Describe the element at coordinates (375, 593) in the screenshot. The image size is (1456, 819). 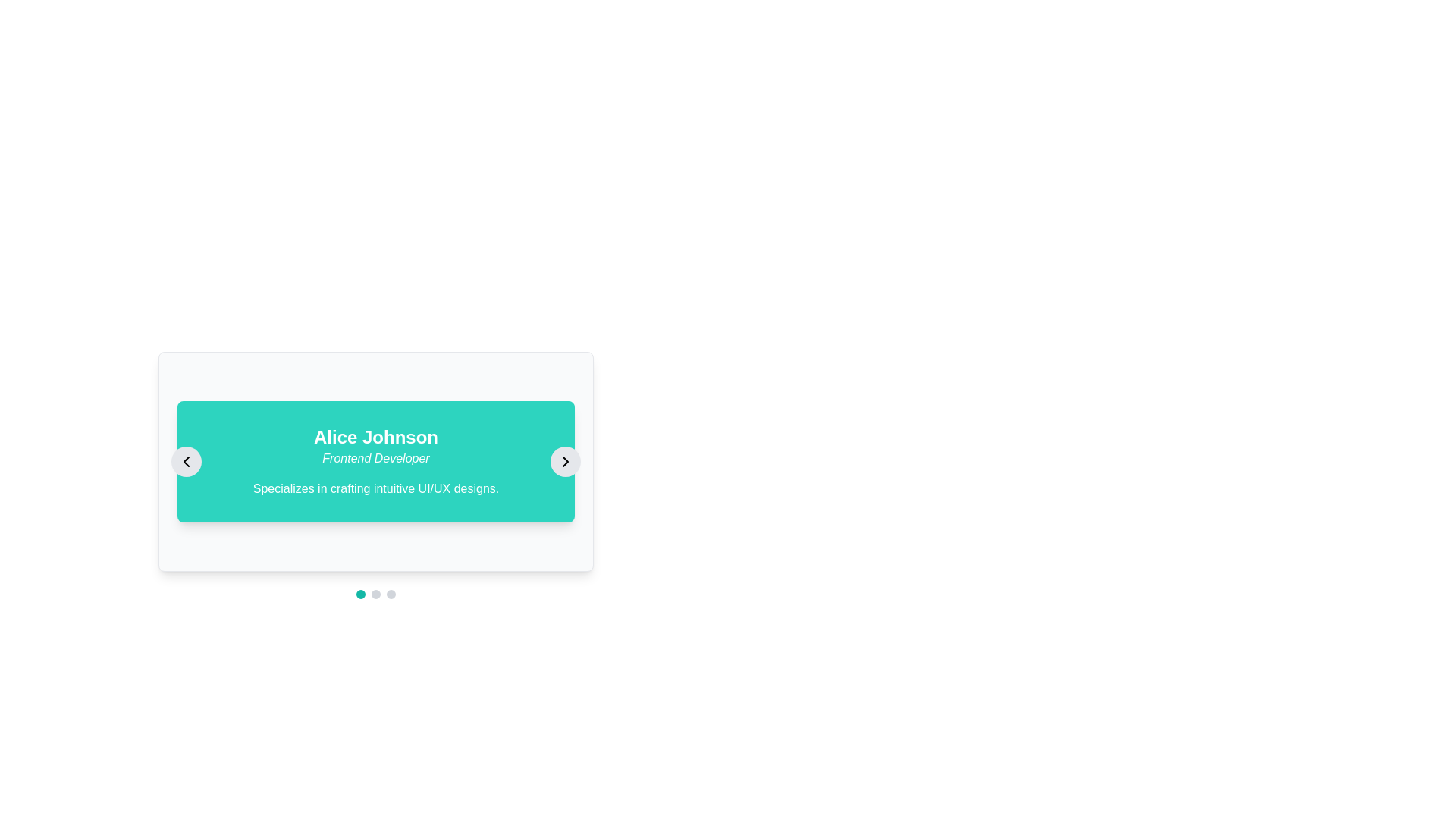
I see `the second navigation dot to switch to the corresponding section of the content` at that location.